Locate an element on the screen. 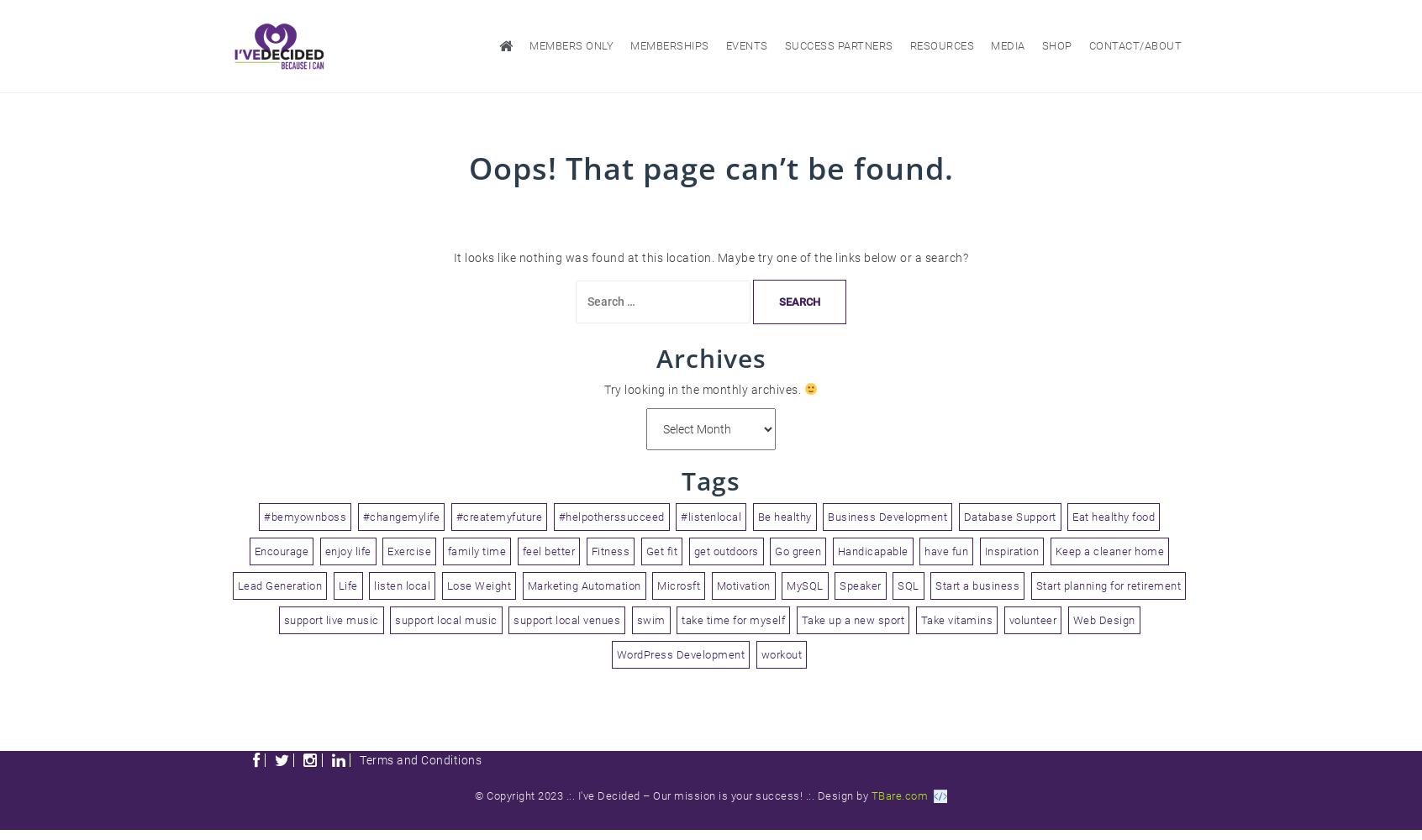  'Archives' is located at coordinates (710, 357).